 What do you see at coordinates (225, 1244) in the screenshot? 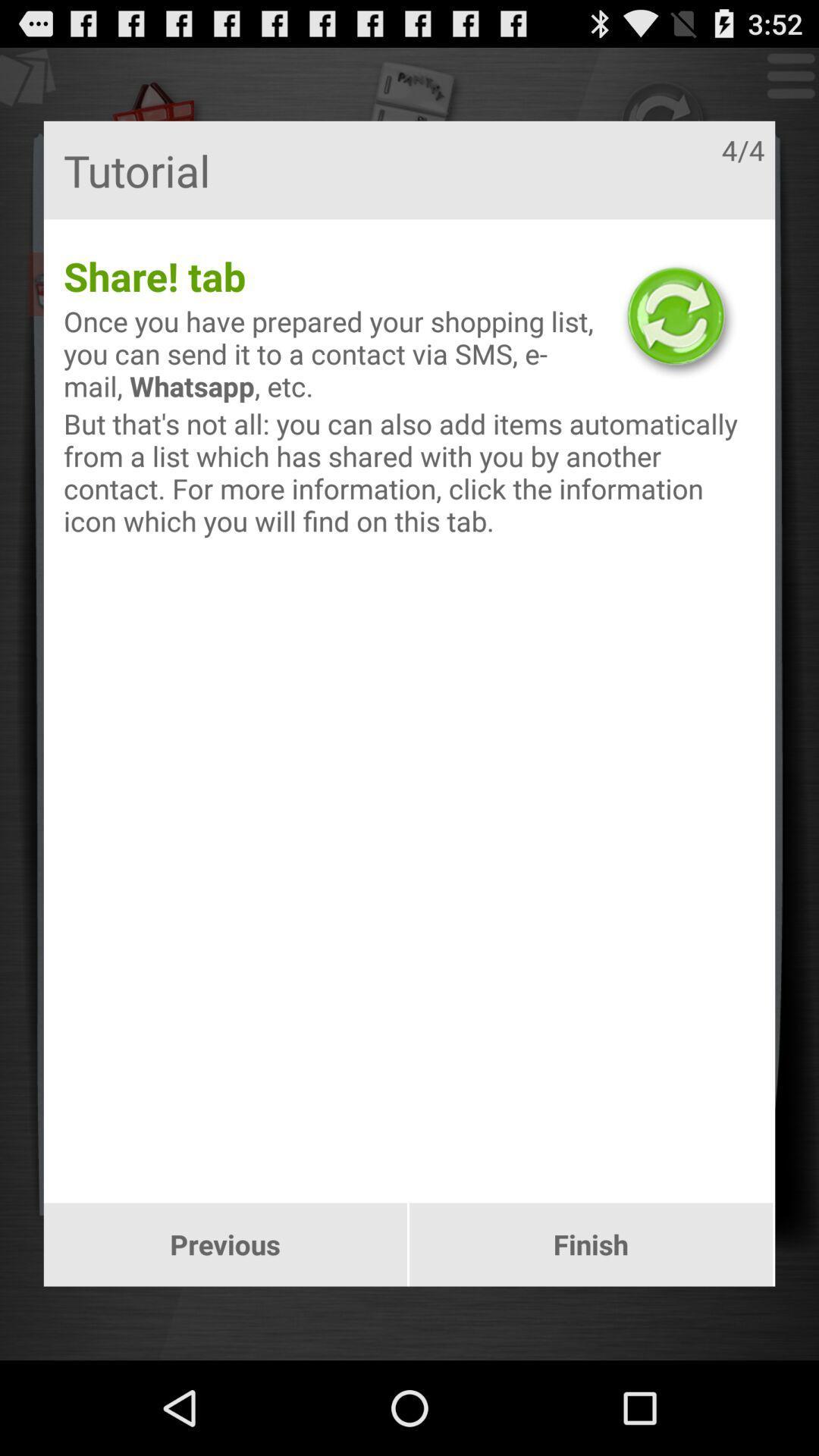
I see `previous item` at bounding box center [225, 1244].